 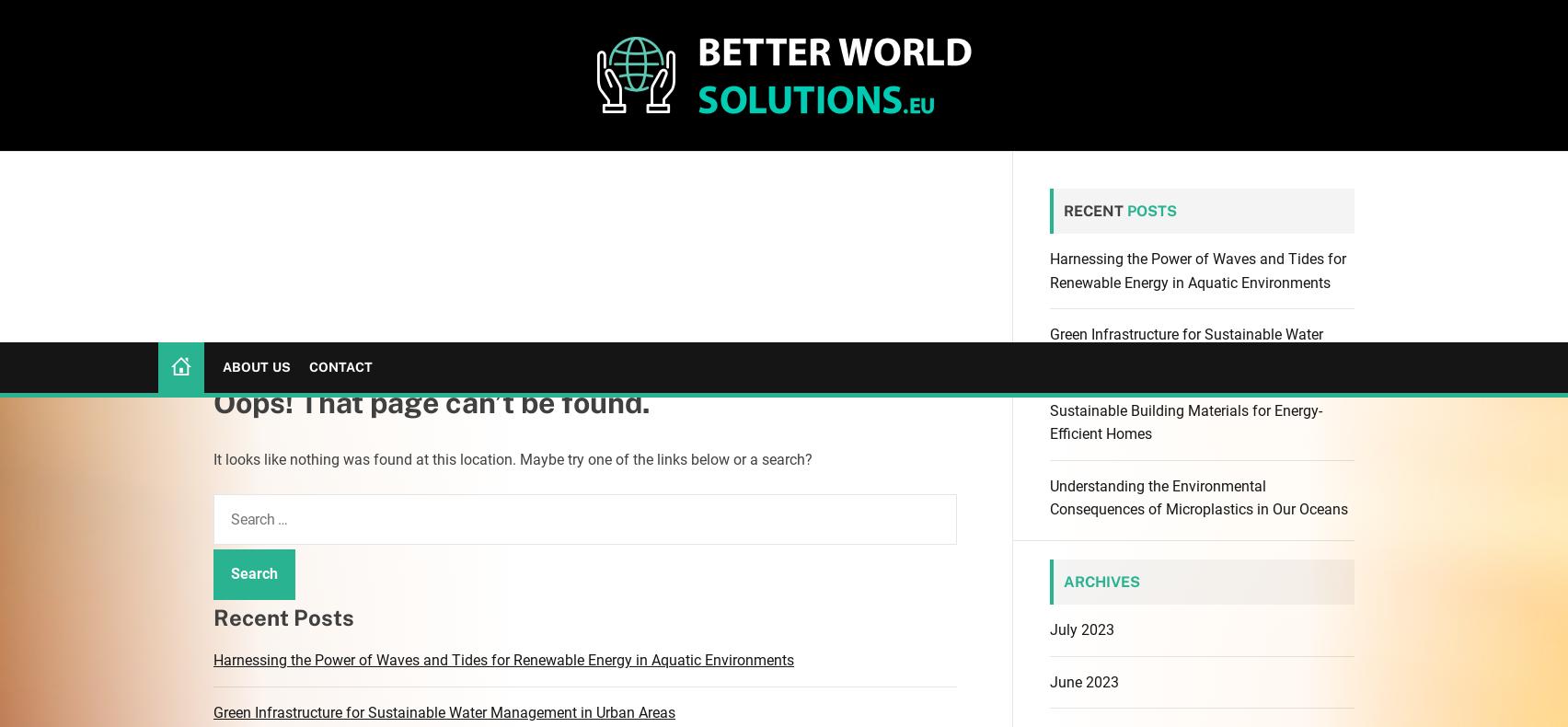 What do you see at coordinates (339, 24) in the screenshot?
I see `'Contact'` at bounding box center [339, 24].